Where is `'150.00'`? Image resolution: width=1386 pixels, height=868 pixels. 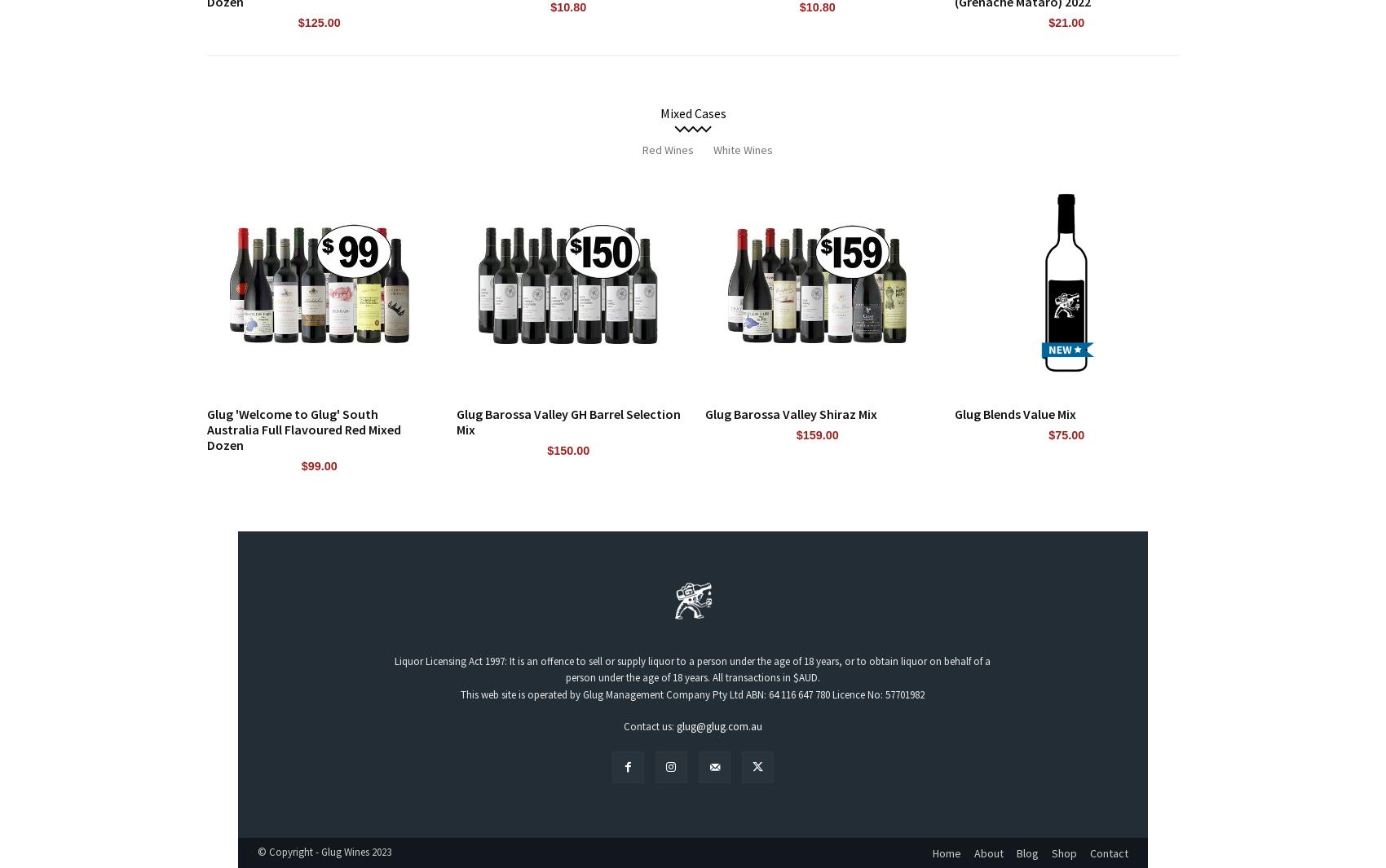
'150.00' is located at coordinates (572, 450).